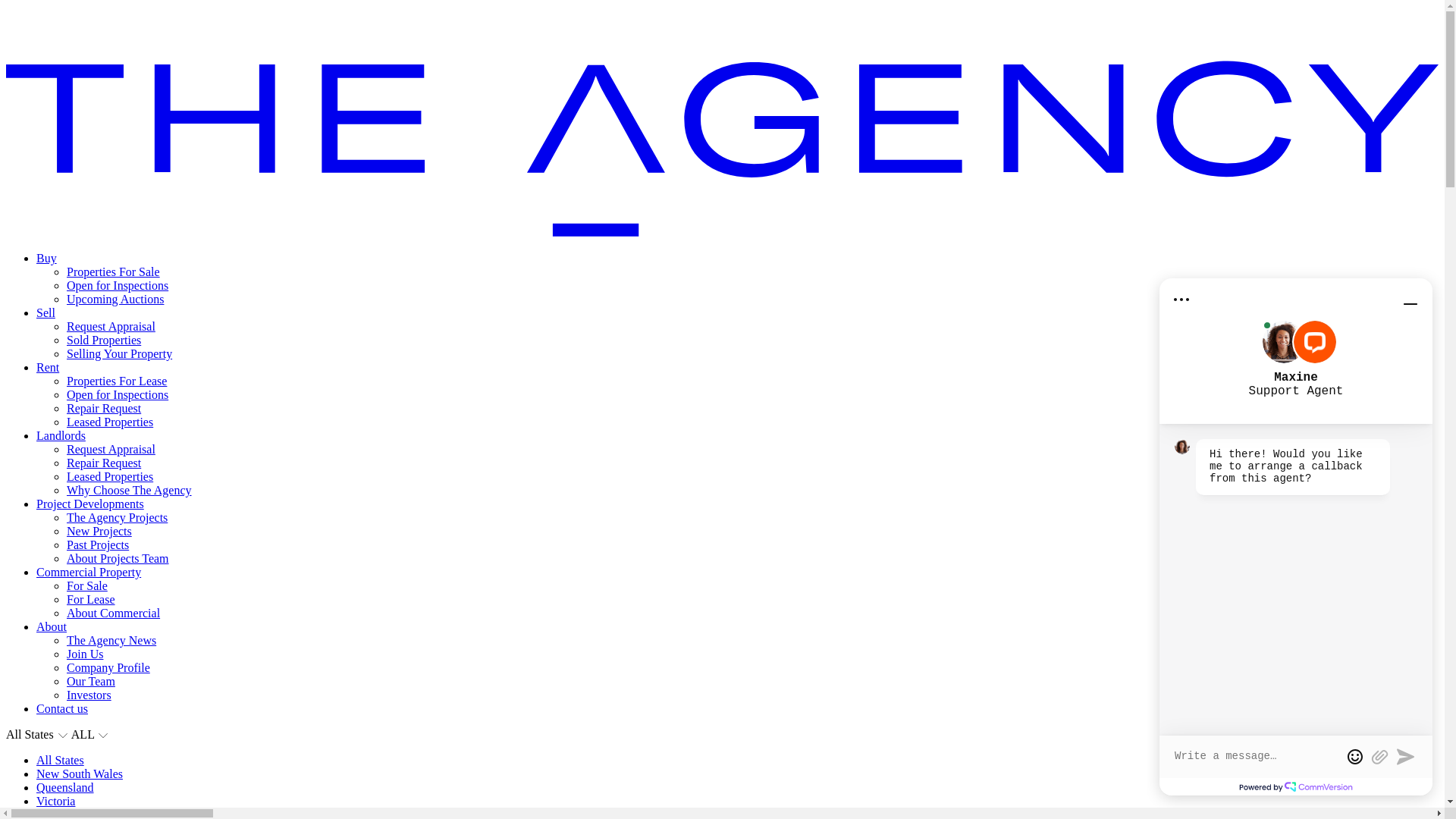 This screenshot has width=1456, height=819. What do you see at coordinates (90, 598) in the screenshot?
I see `'For Lease'` at bounding box center [90, 598].